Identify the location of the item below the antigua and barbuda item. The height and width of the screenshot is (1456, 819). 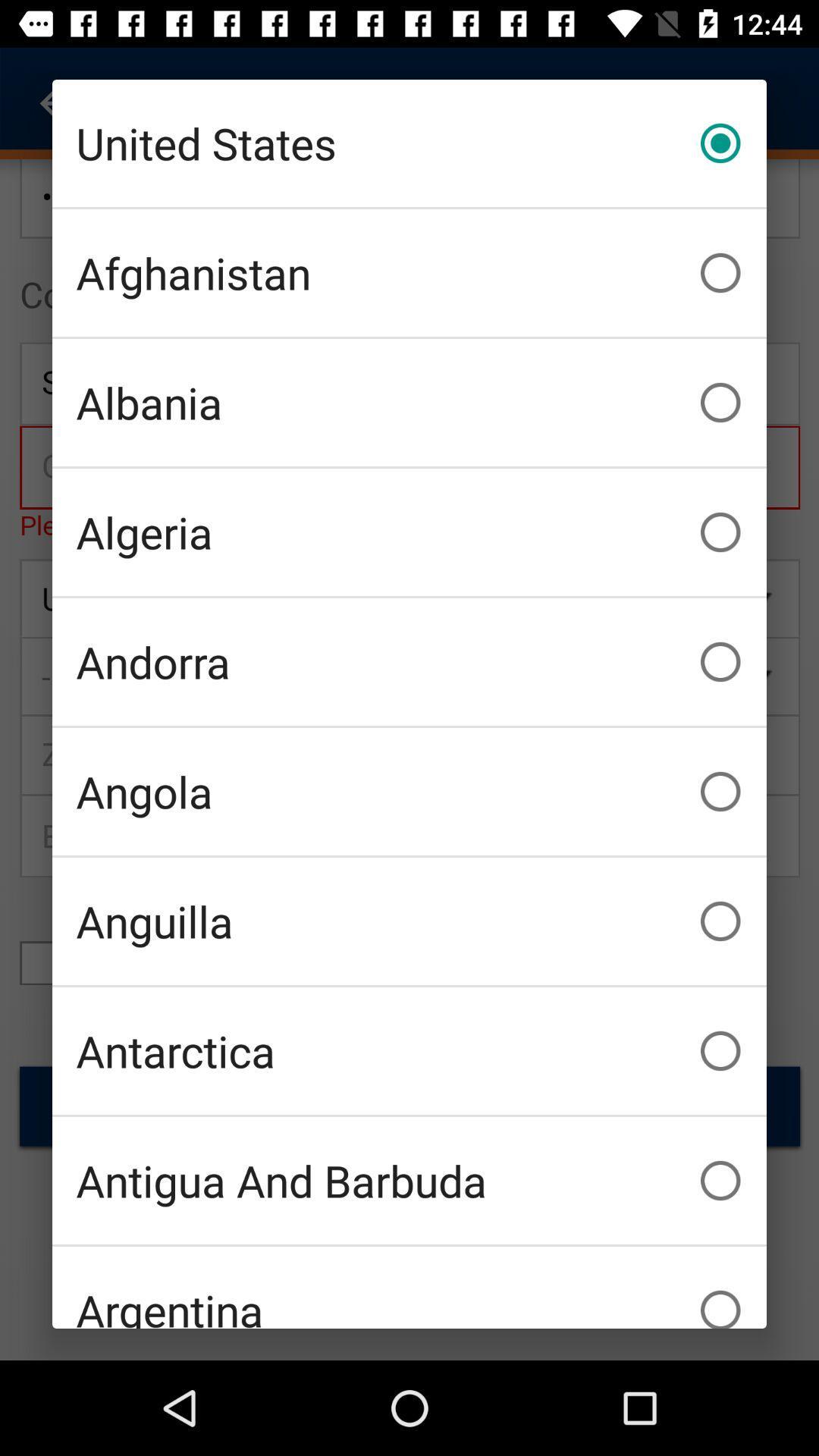
(409, 1287).